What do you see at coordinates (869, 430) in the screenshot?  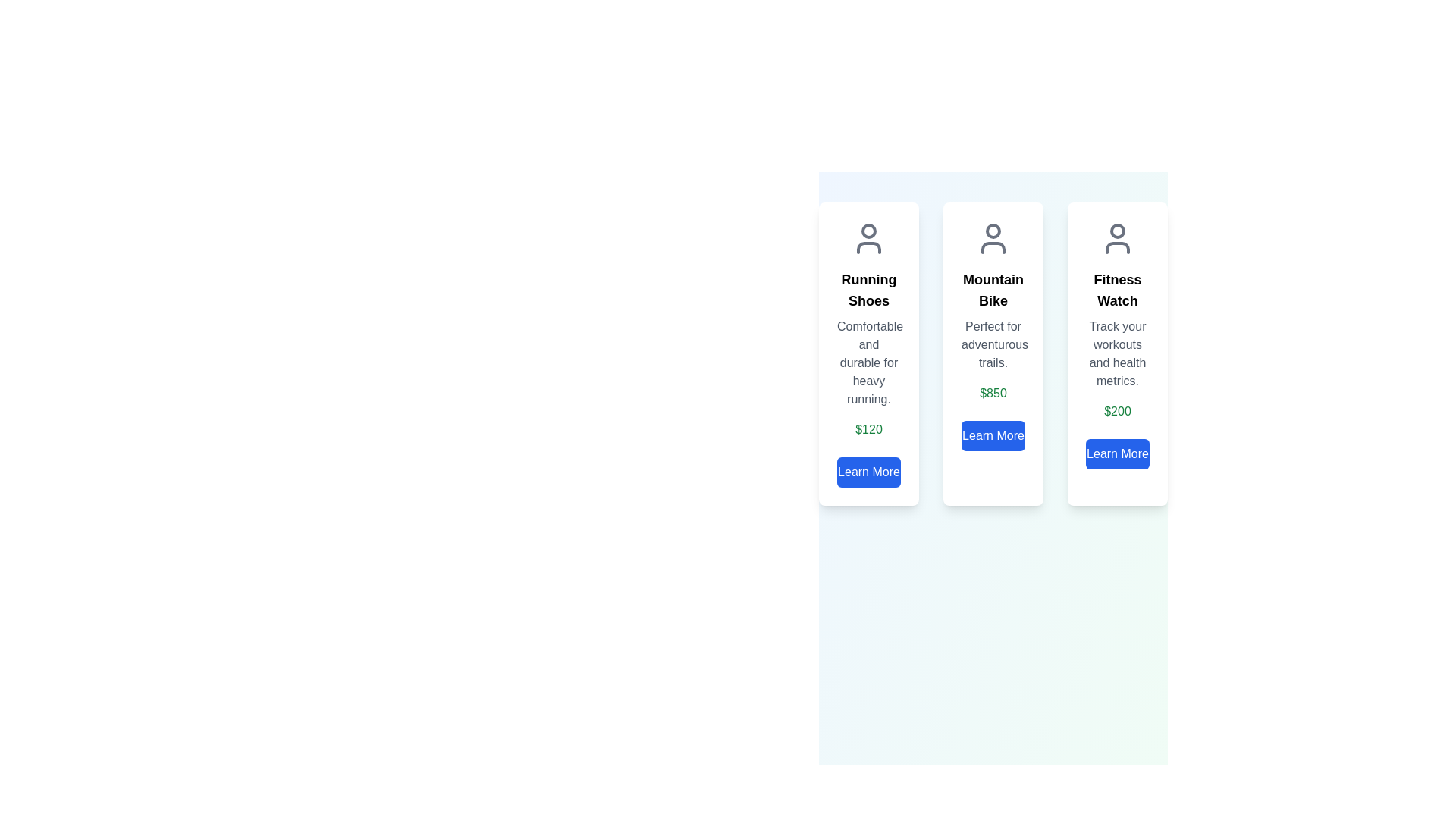 I see `the Text label displaying the price ($120) of the associated product, located below the description text and above the 'Learn More' button in the 'Running Shoes' product card` at bounding box center [869, 430].